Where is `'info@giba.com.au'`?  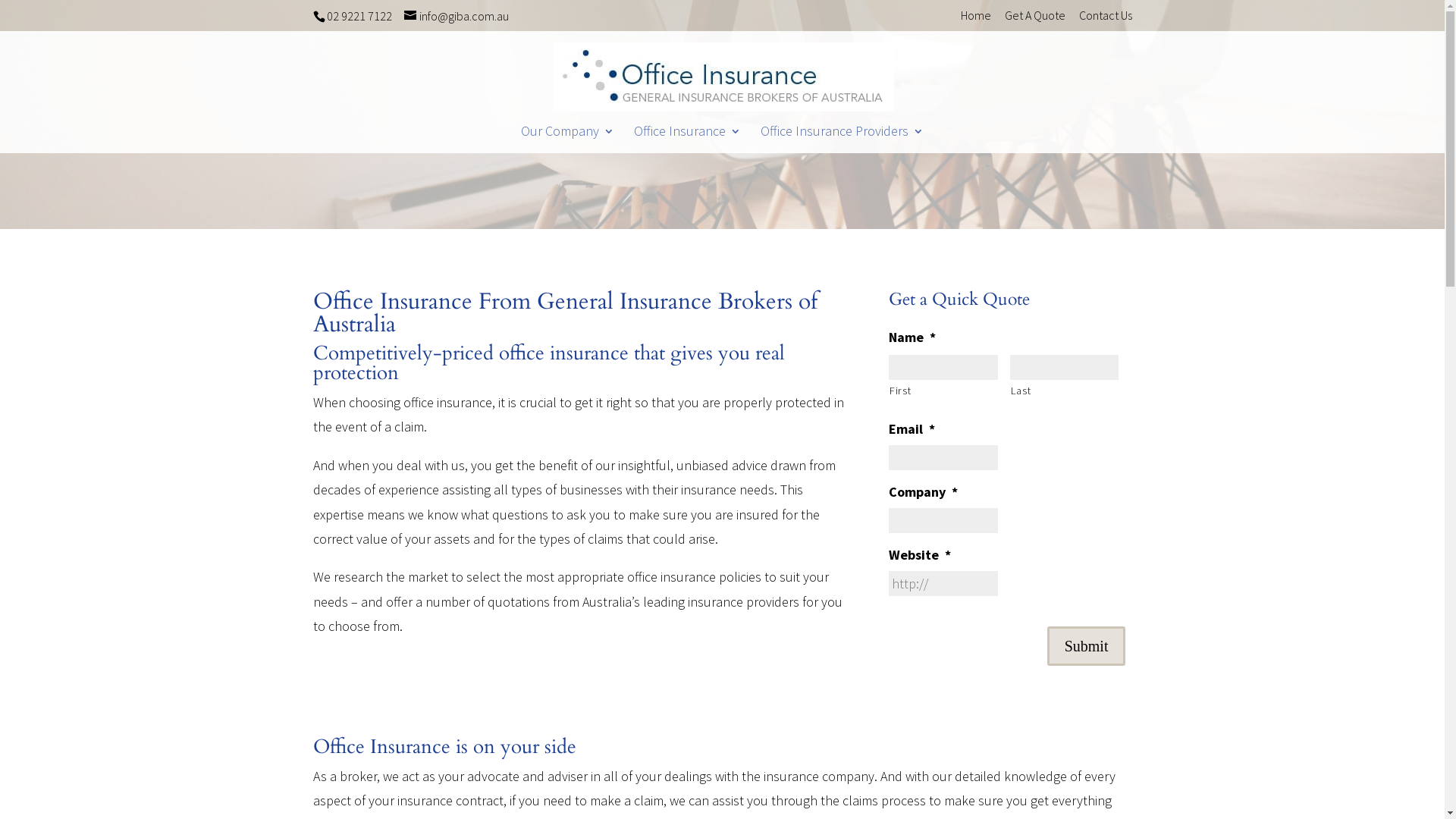 'info@giba.com.au' is located at coordinates (403, 15).